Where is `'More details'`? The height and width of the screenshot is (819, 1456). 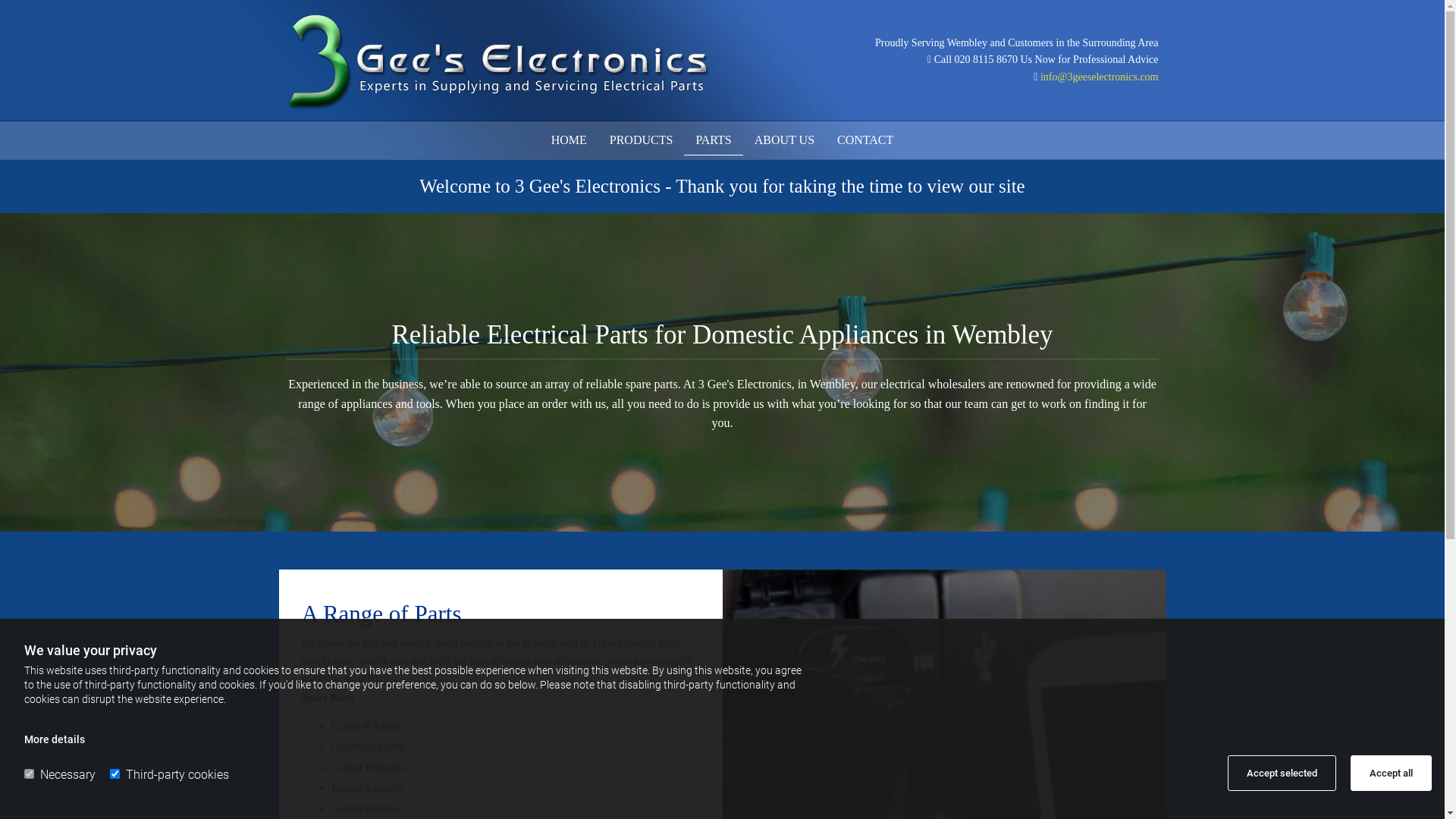
'More details' is located at coordinates (55, 739).